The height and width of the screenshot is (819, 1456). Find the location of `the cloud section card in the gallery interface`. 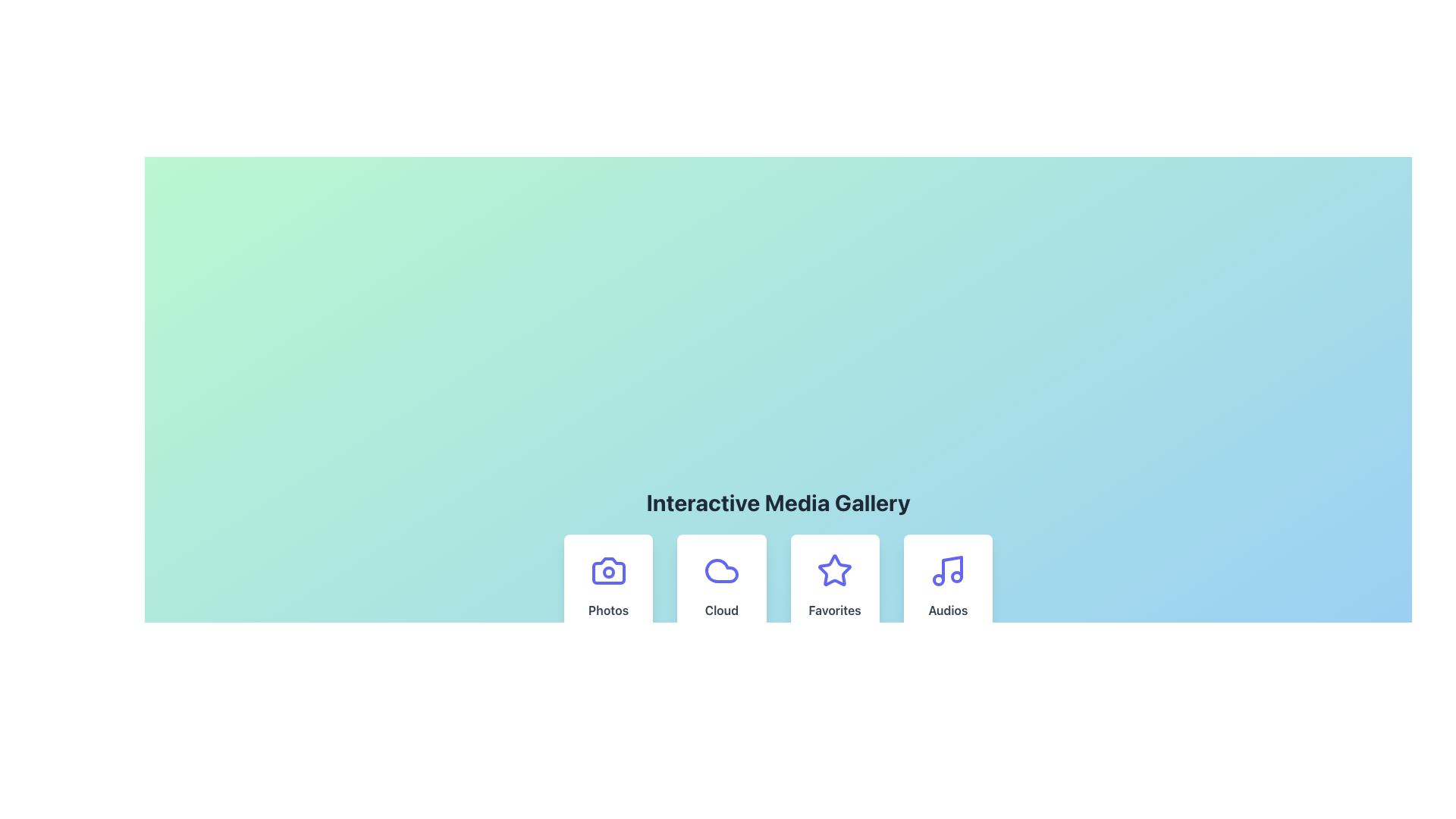

the cloud section card in the gallery interface is located at coordinates (720, 588).